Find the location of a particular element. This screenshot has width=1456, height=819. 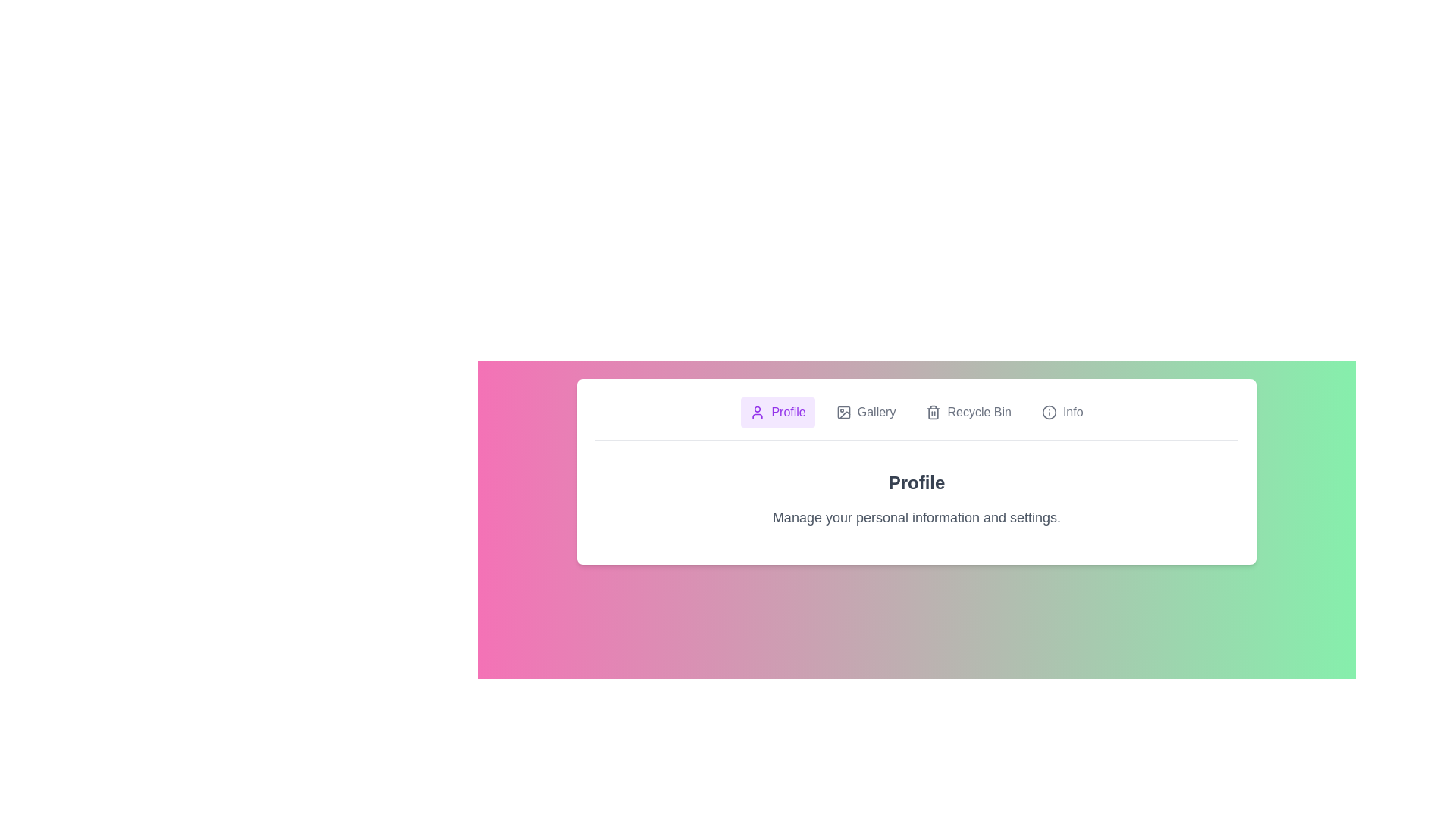

the tab labeled Profile is located at coordinates (778, 412).